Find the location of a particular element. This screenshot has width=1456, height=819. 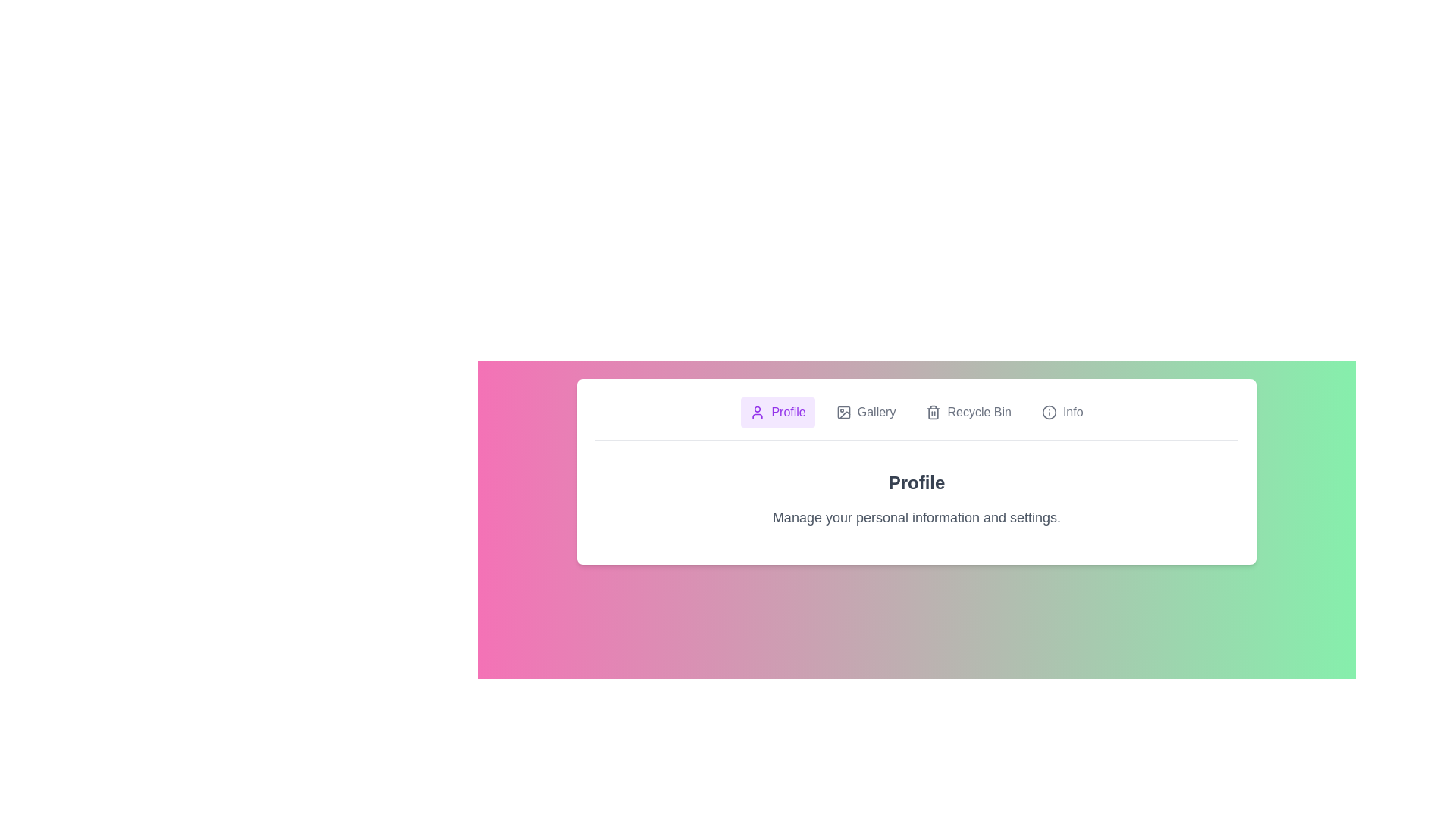

the tab labeled Profile is located at coordinates (778, 412).